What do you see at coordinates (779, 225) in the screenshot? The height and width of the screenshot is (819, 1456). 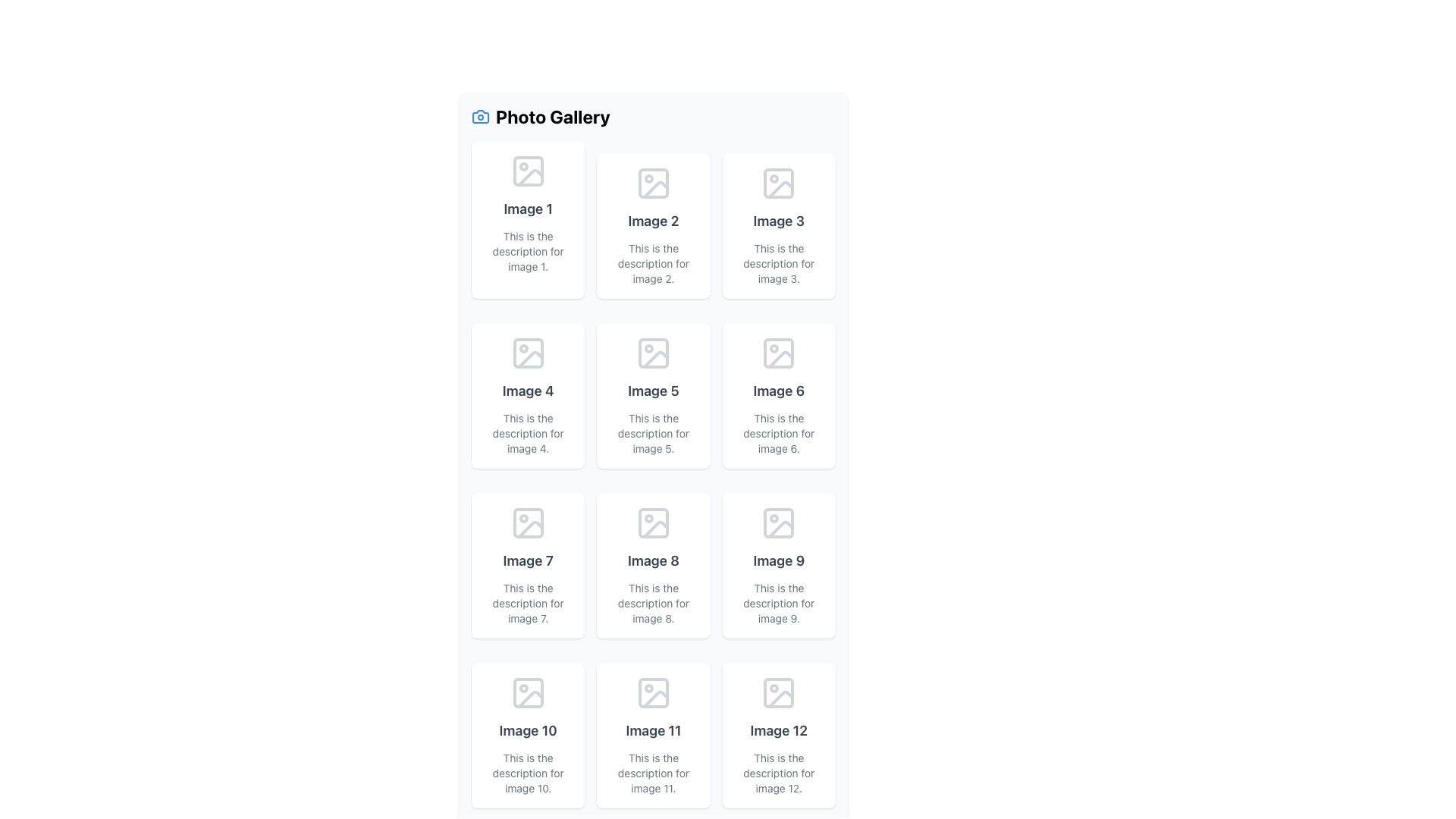 I see `the Card element representing 'Image 3' in the gallery` at bounding box center [779, 225].